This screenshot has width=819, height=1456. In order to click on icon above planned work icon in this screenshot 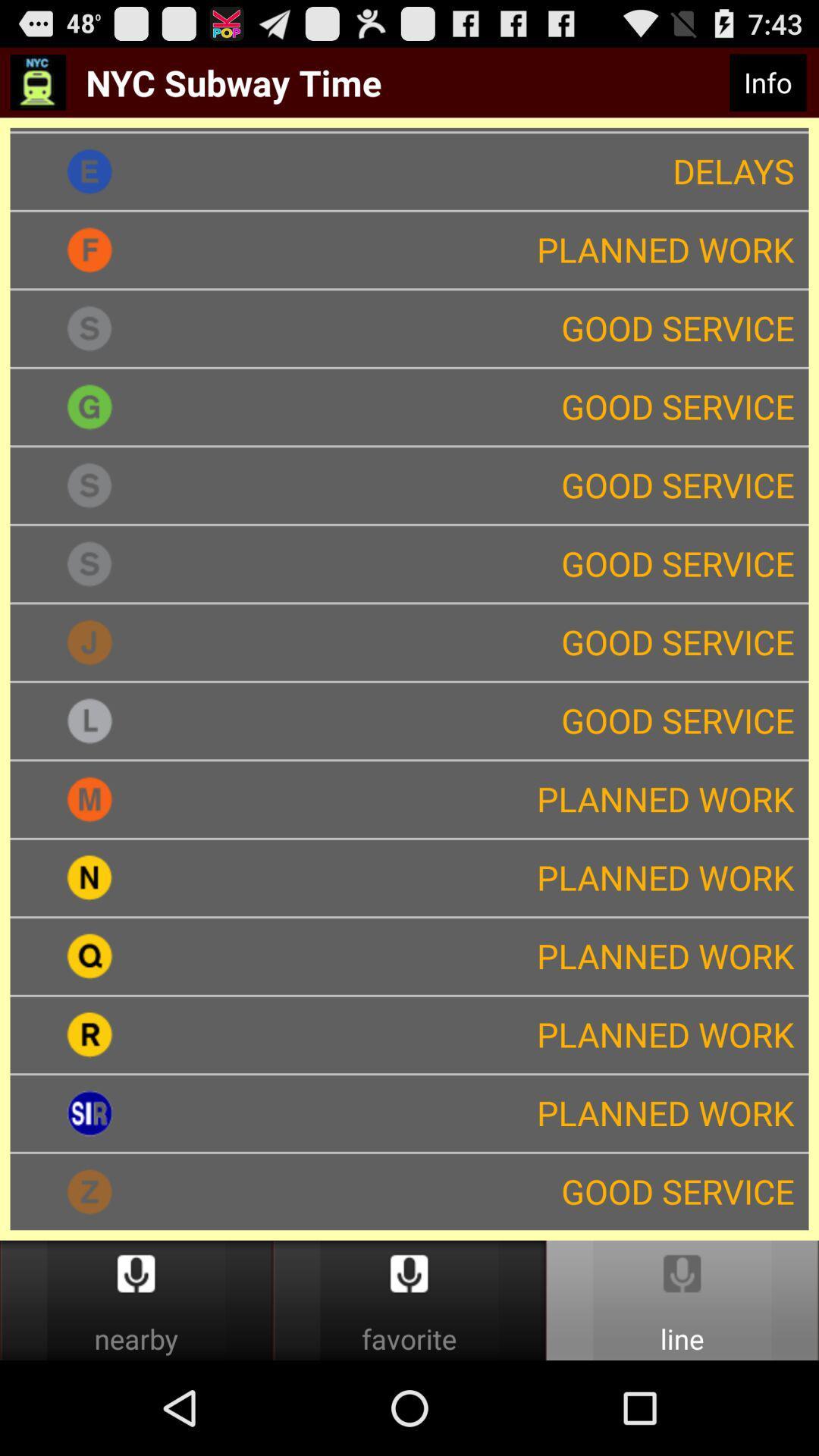, I will do `click(767, 82)`.